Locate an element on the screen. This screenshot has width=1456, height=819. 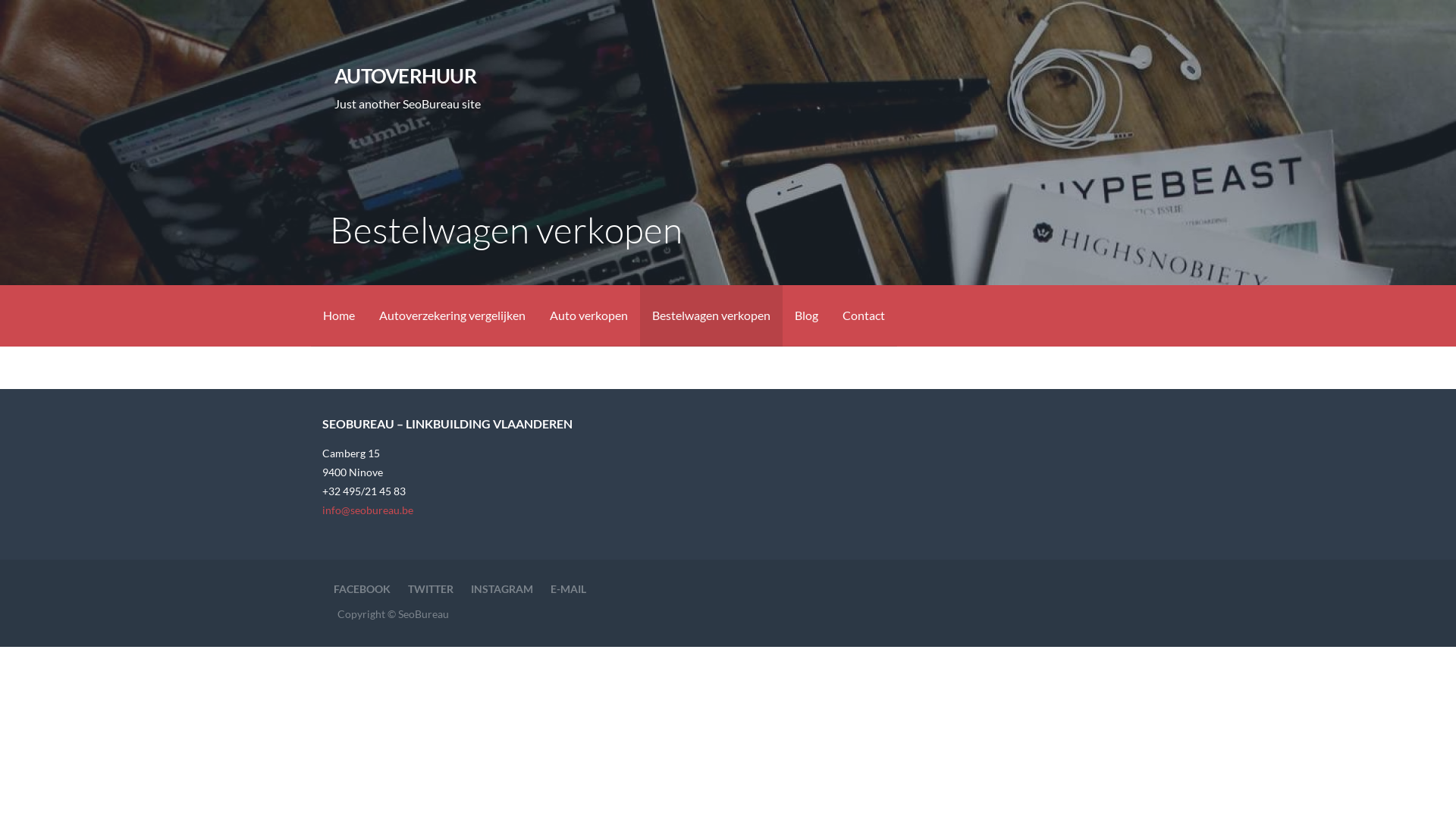
'Blog' is located at coordinates (805, 315).